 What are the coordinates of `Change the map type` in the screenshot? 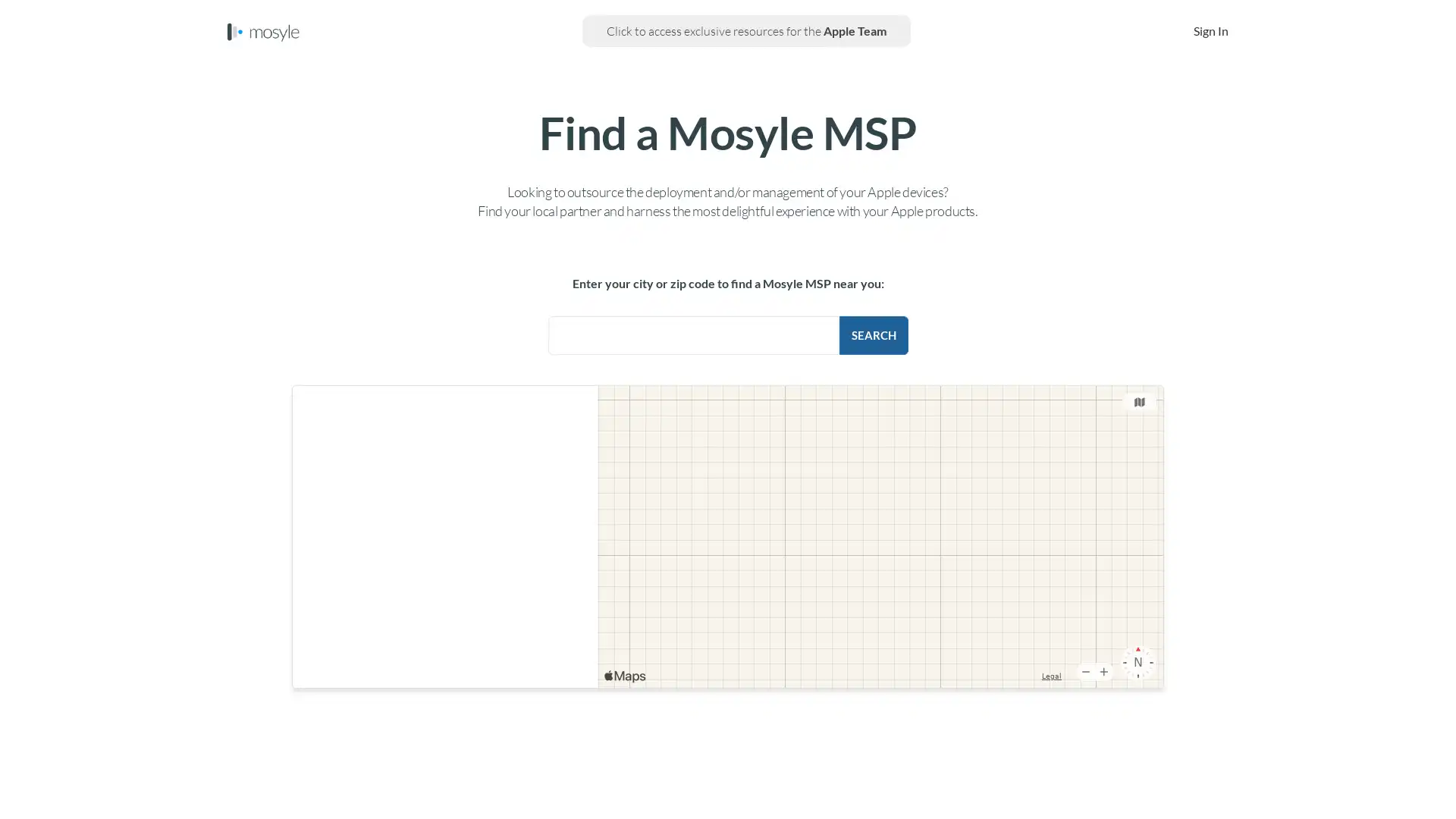 It's located at (1138, 400).